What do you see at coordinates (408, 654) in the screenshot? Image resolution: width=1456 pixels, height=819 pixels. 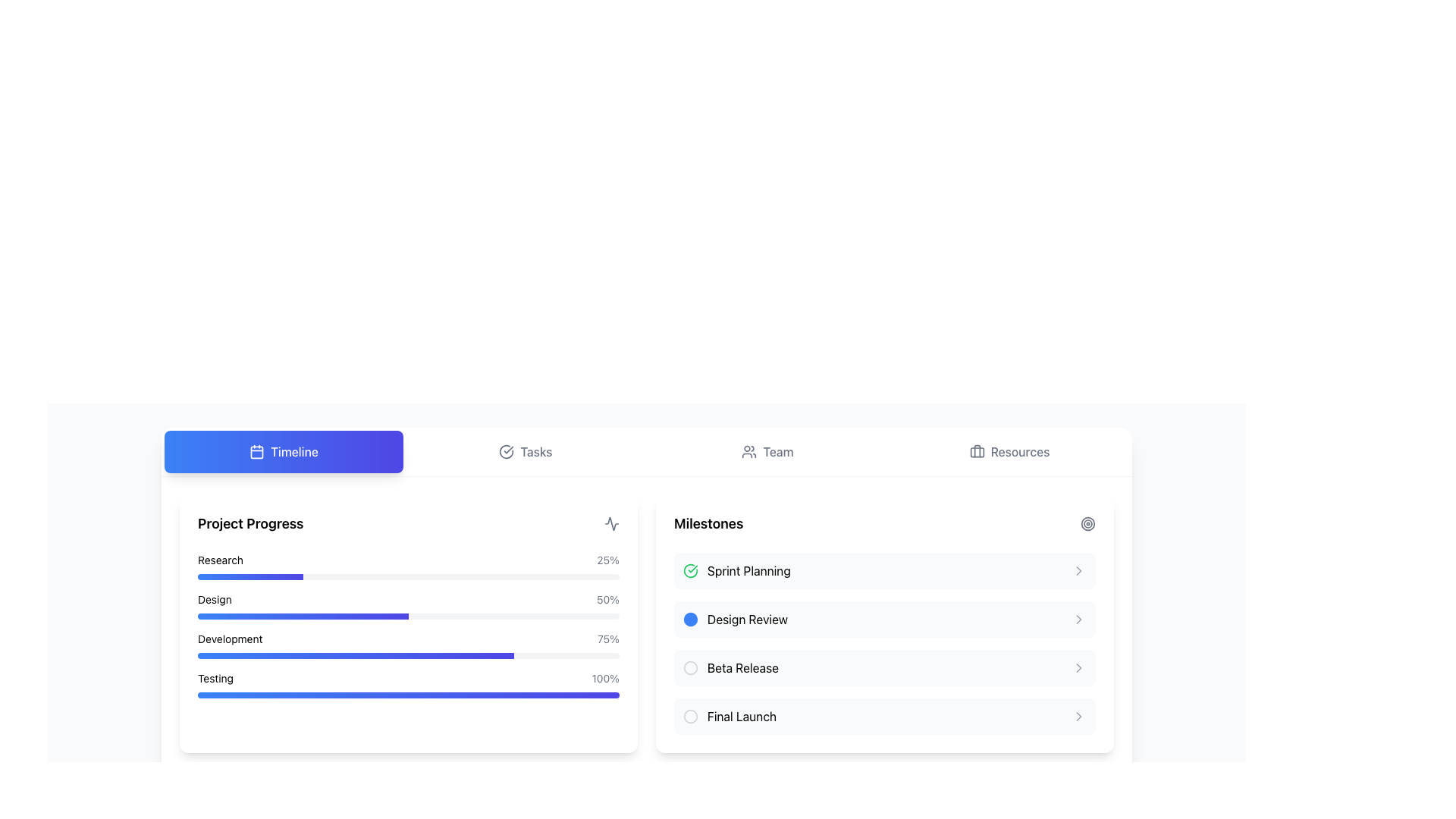 I see `the progress bar with a smooth, rounded appearance and a gradient filling transitioning from blue to indigo, located below the 'Development' label in the 'Project Progress' section` at bounding box center [408, 654].